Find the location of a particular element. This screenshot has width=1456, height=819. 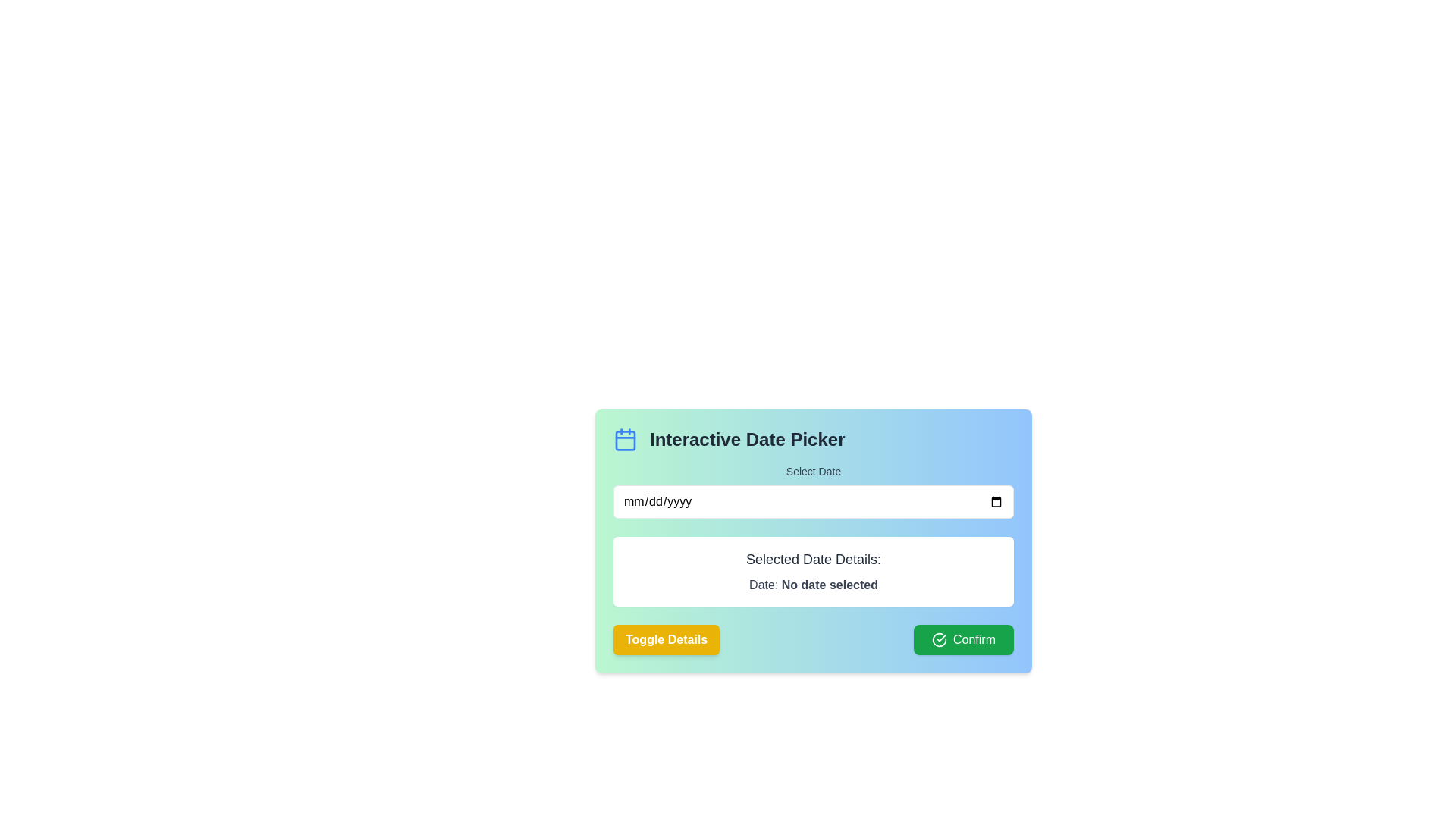

the Text Label displaying 'No date selected' in bold dark gray font, located within the 'Selected Date Details' panel is located at coordinates (829, 584).